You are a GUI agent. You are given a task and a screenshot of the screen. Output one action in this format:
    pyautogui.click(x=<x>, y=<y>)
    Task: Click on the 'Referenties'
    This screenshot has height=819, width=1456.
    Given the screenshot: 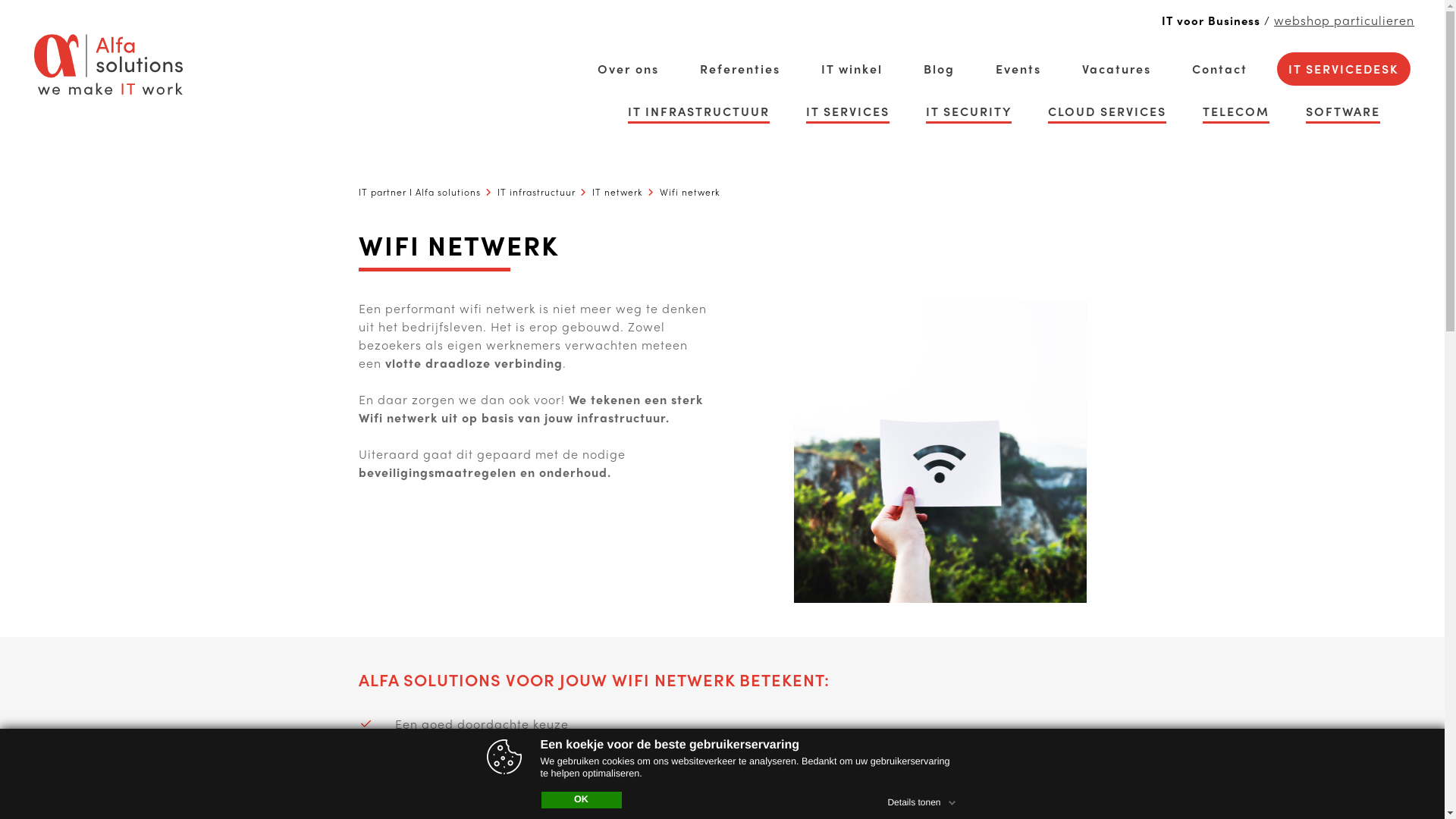 What is the action you would take?
    pyautogui.click(x=698, y=69)
    